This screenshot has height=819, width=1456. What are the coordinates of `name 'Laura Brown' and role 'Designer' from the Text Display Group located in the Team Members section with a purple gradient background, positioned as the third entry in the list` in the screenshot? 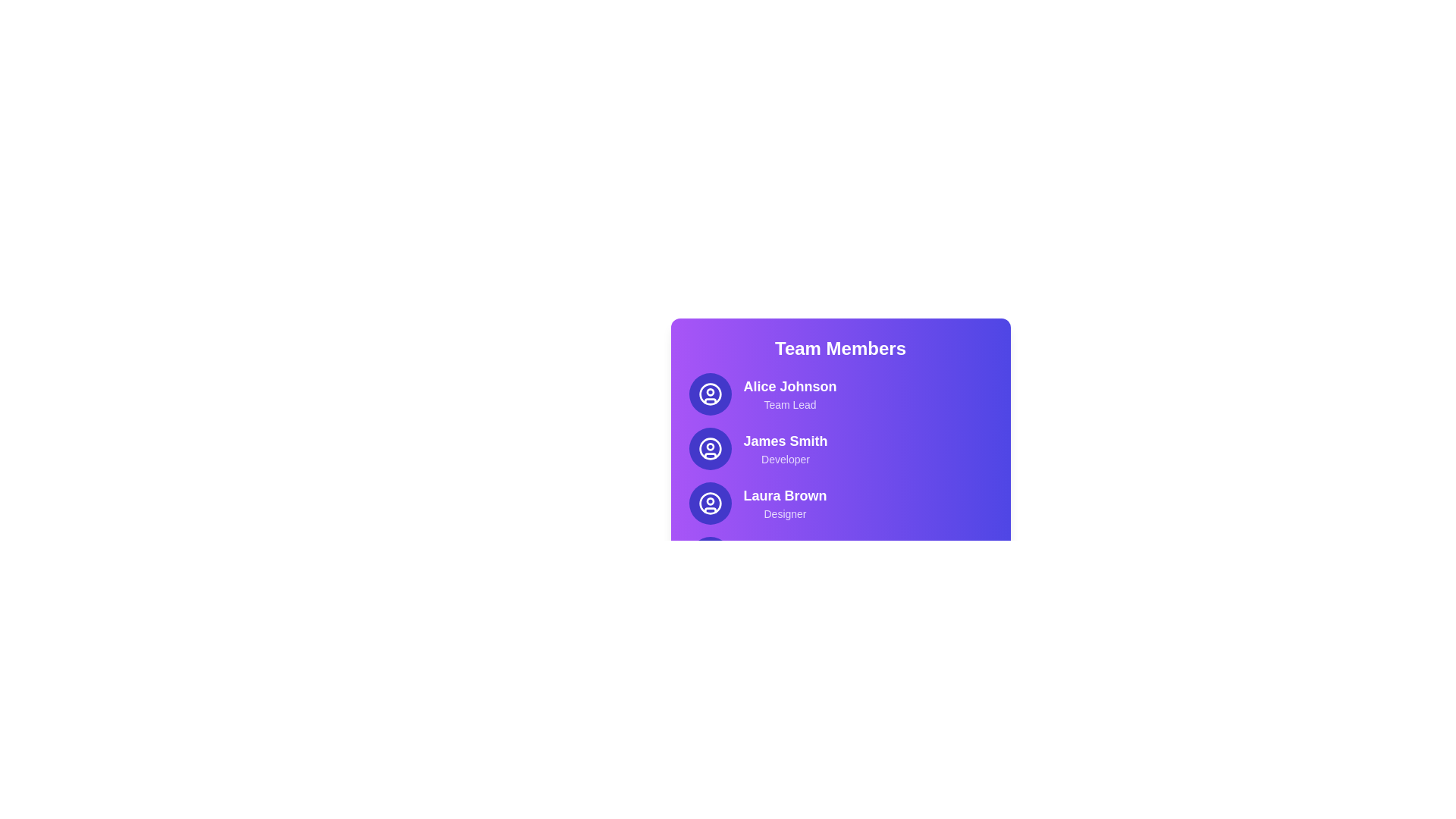 It's located at (785, 503).